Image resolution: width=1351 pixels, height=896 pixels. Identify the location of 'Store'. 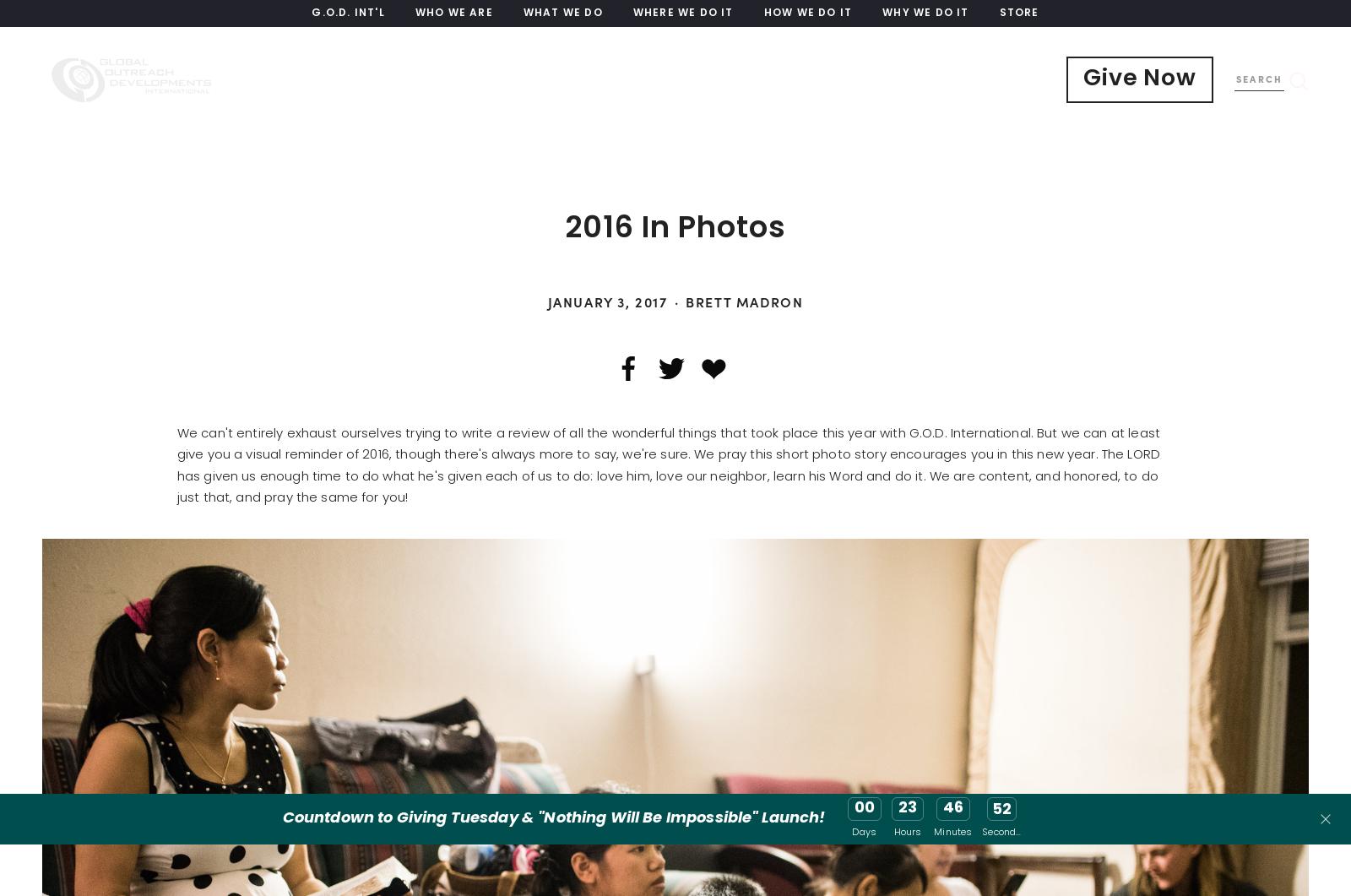
(1017, 14).